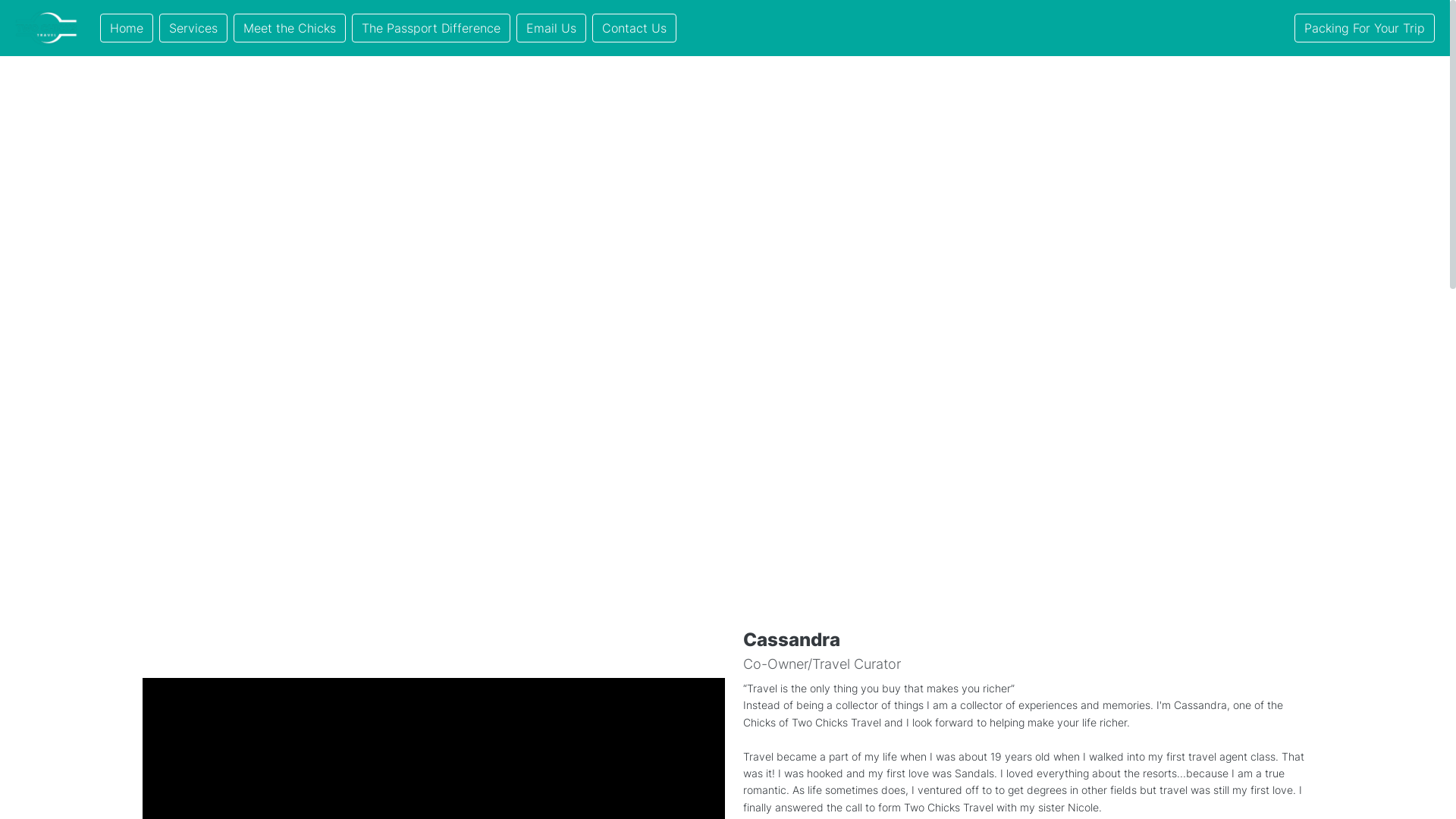  Describe the element at coordinates (516, 28) in the screenshot. I see `'Email Us'` at that location.